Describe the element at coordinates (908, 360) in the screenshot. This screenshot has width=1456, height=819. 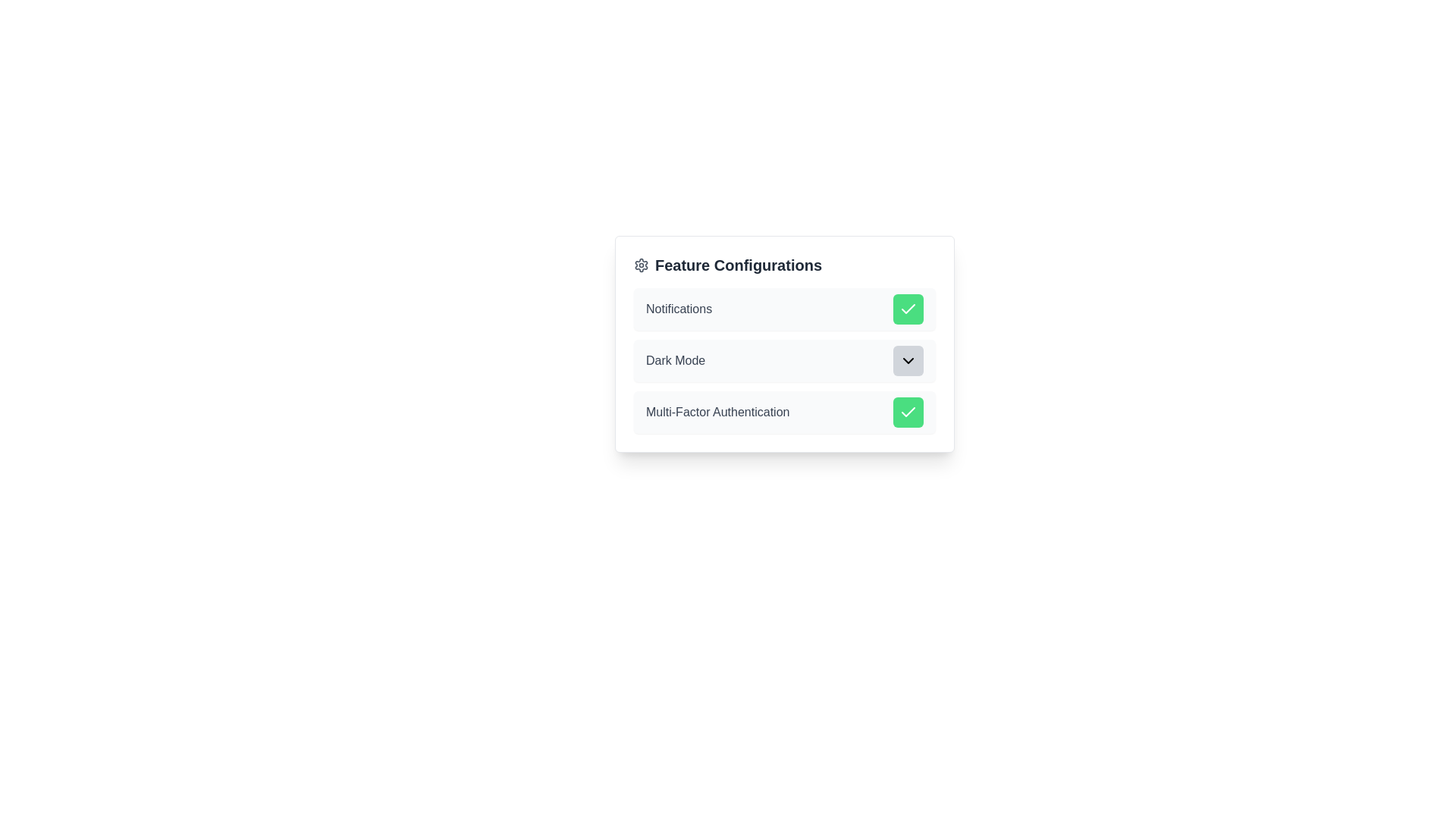
I see `the button with an embedded icon that expands or collapses the dropdown menu for the 'Dark Mode' feature to potentially show more options or settings` at that location.